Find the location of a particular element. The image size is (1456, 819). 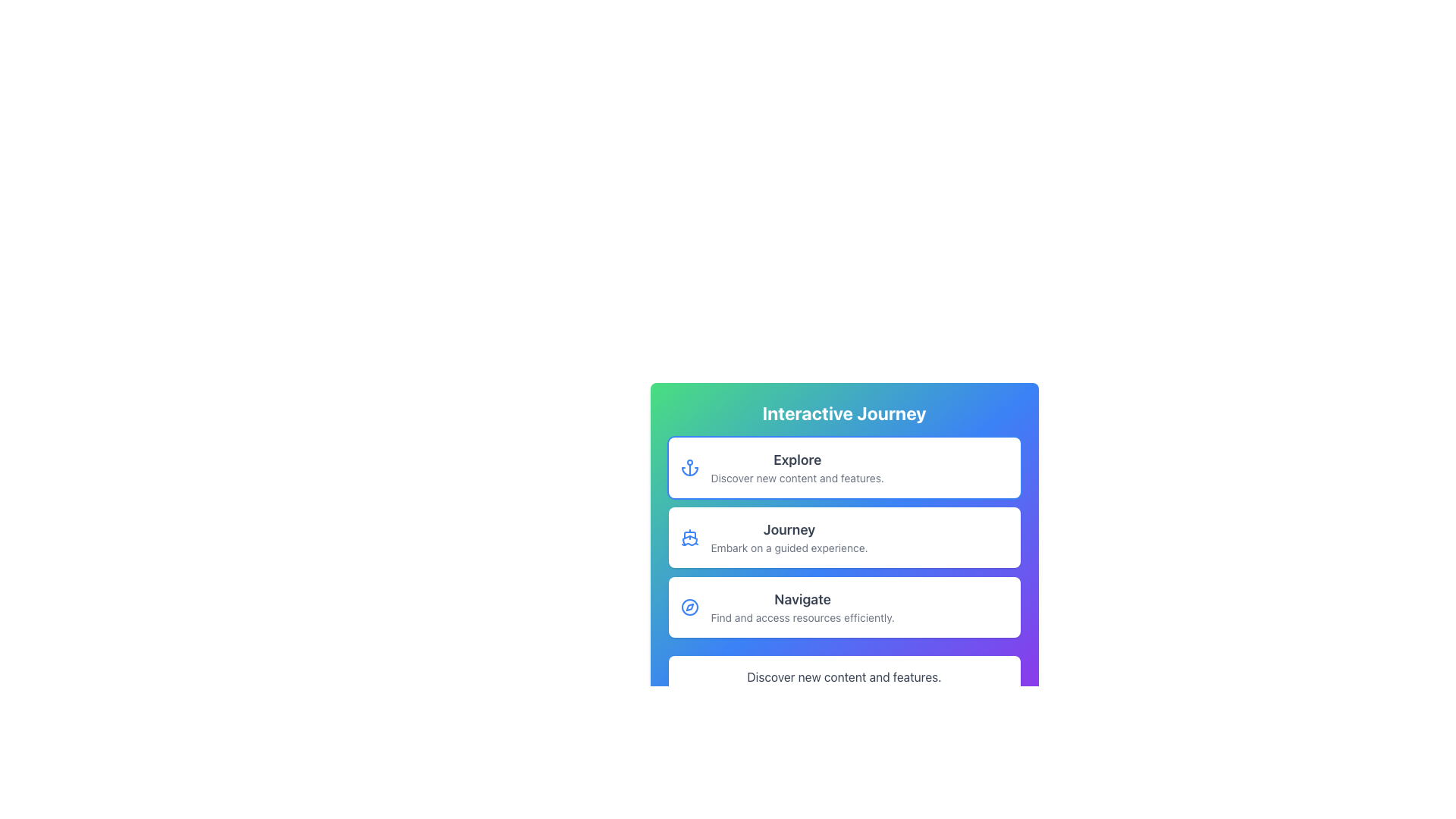

the text label 'Explore' which is prominently displayed in bold dark gray font within the first card below the header 'Interactive Journey' is located at coordinates (796, 459).